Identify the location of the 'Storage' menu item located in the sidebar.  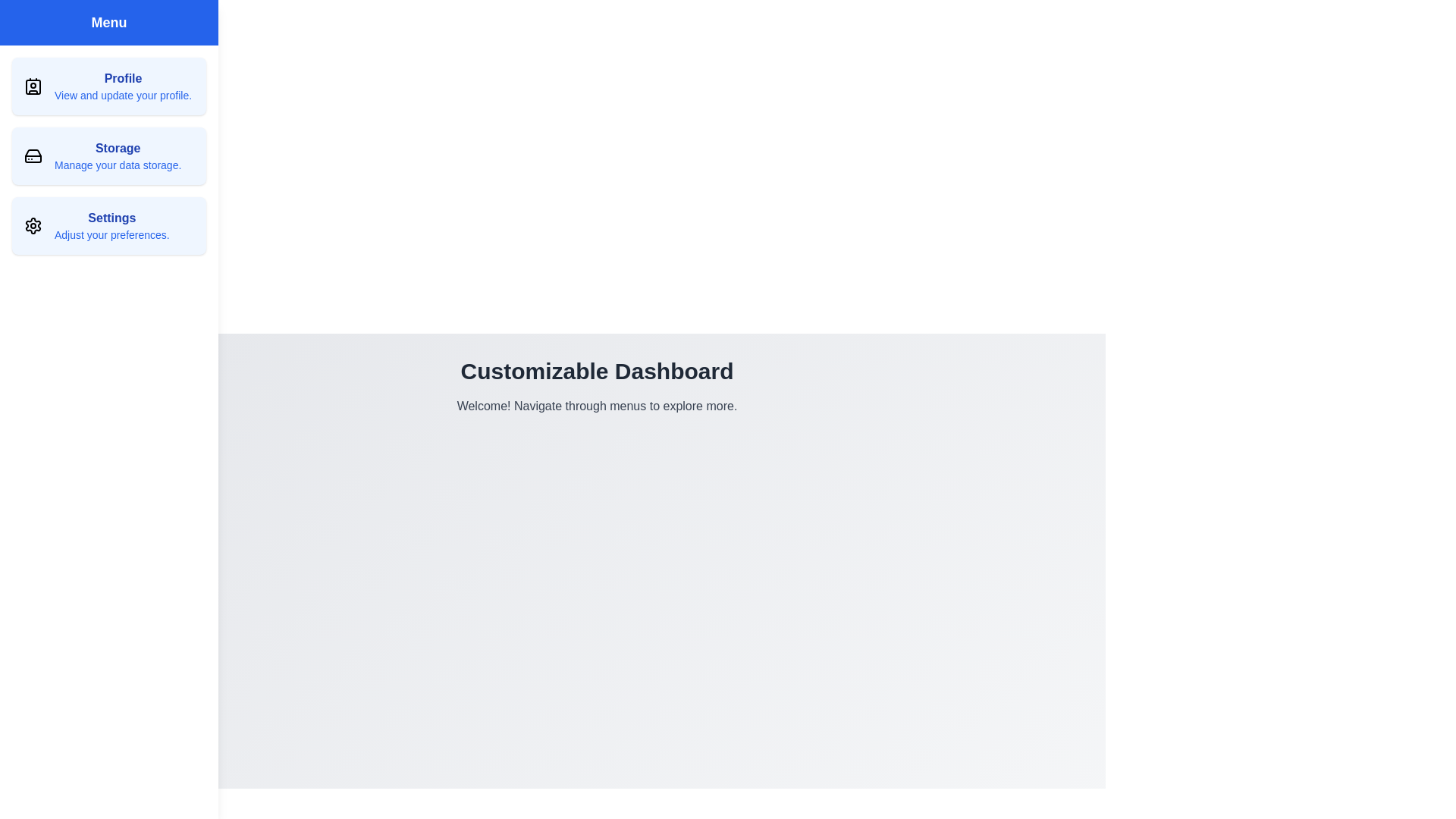
(108, 155).